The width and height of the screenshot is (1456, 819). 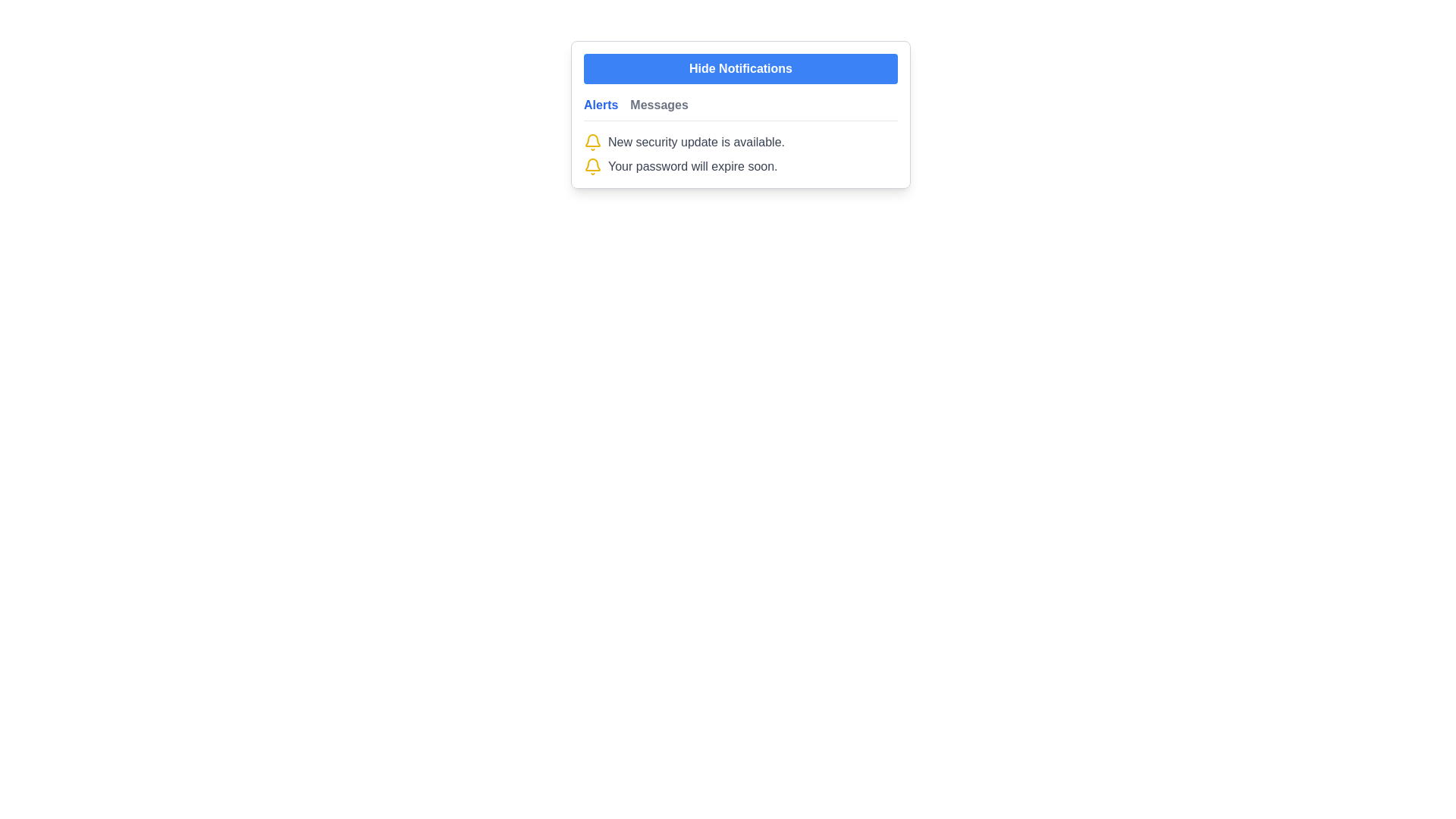 I want to click on the 'Messages' button, which is styled in bold gray text and positioned next to the blue 'Alerts' text in the horizontal navigation bar, so click(x=659, y=104).